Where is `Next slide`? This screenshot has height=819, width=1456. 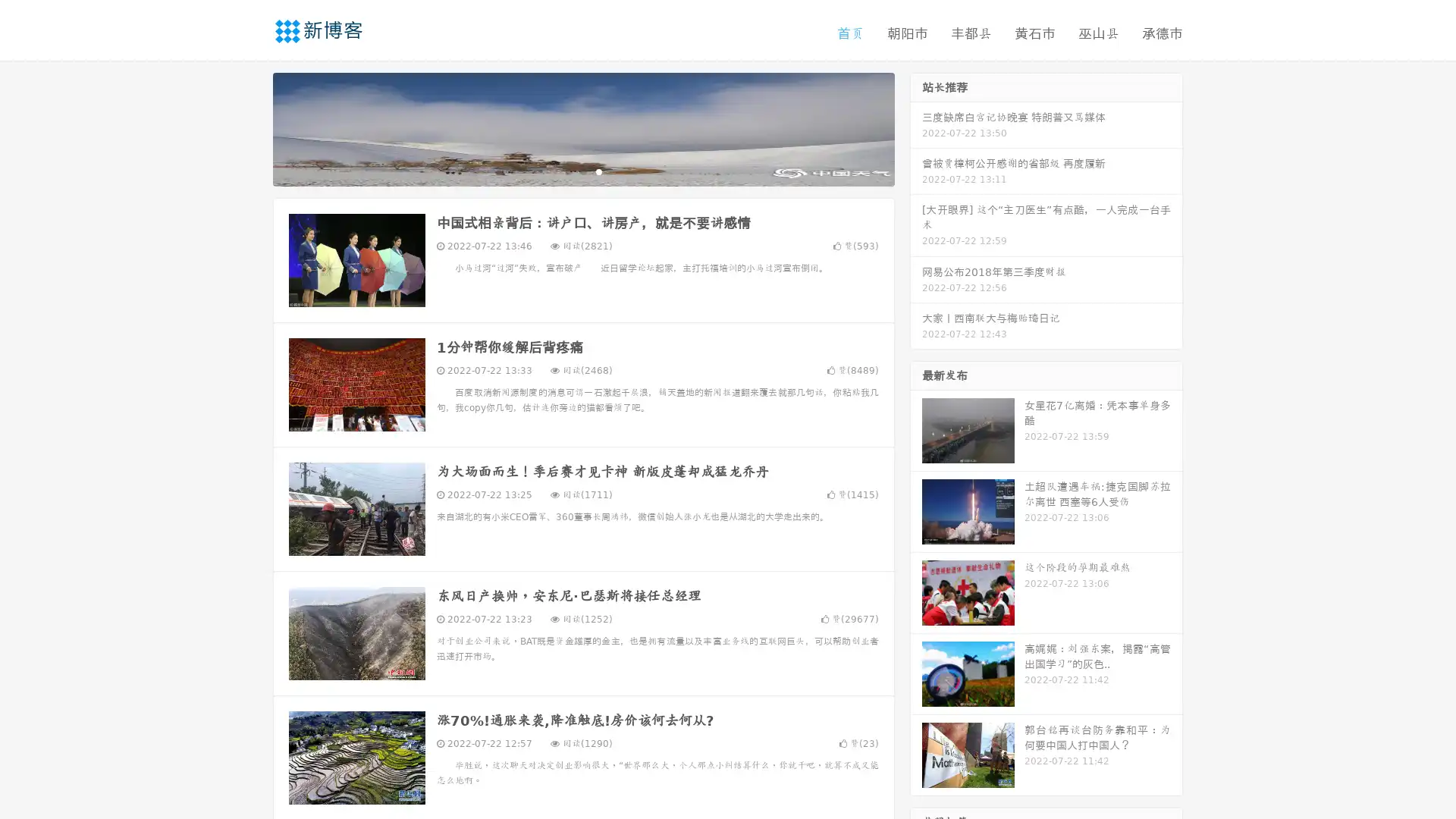
Next slide is located at coordinates (916, 127).